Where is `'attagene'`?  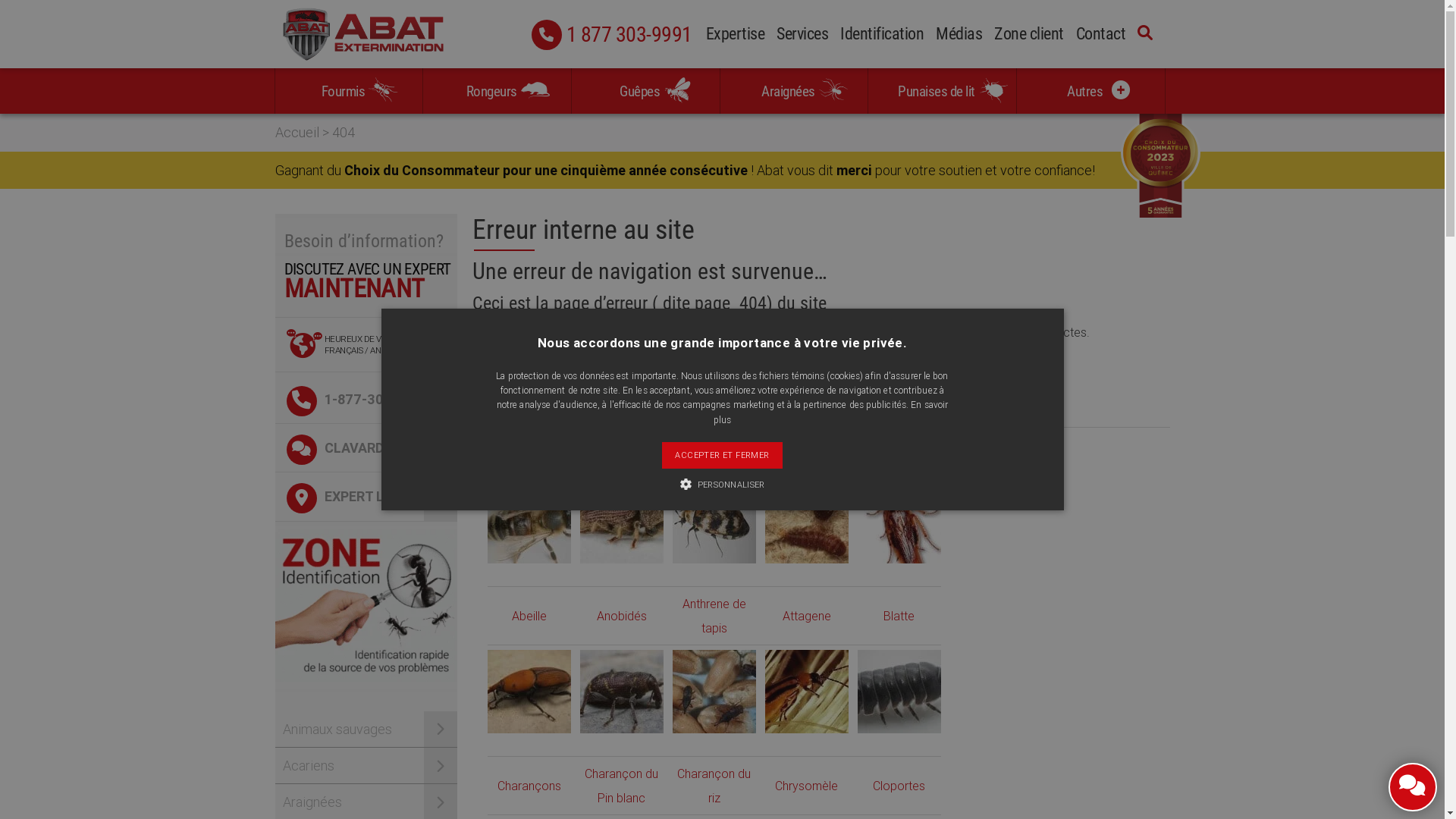 'attagene' is located at coordinates (805, 520).